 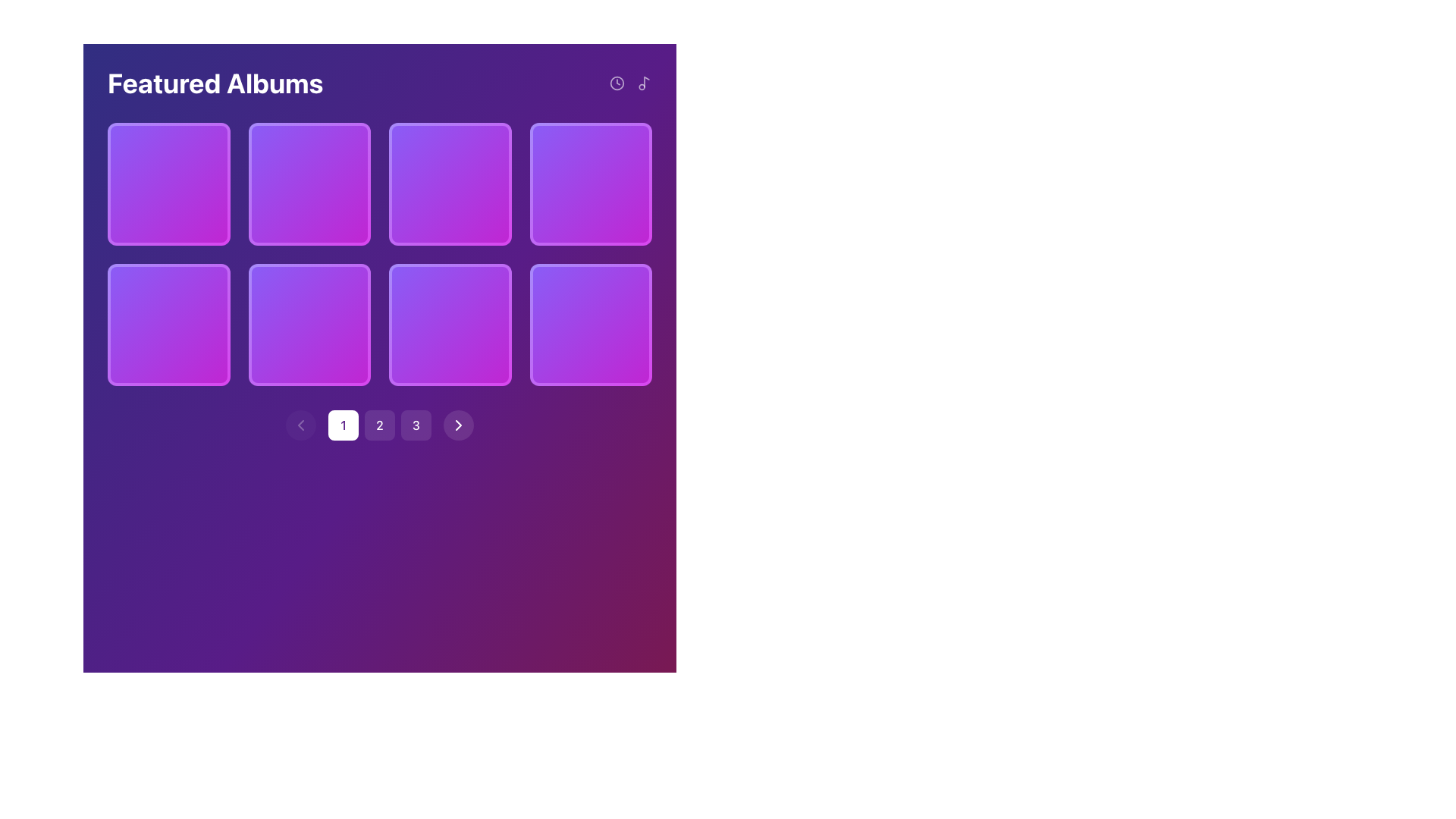 What do you see at coordinates (309, 343) in the screenshot?
I see `displayed information from the metadata overlay for the second album card in the second row of the album grid` at bounding box center [309, 343].